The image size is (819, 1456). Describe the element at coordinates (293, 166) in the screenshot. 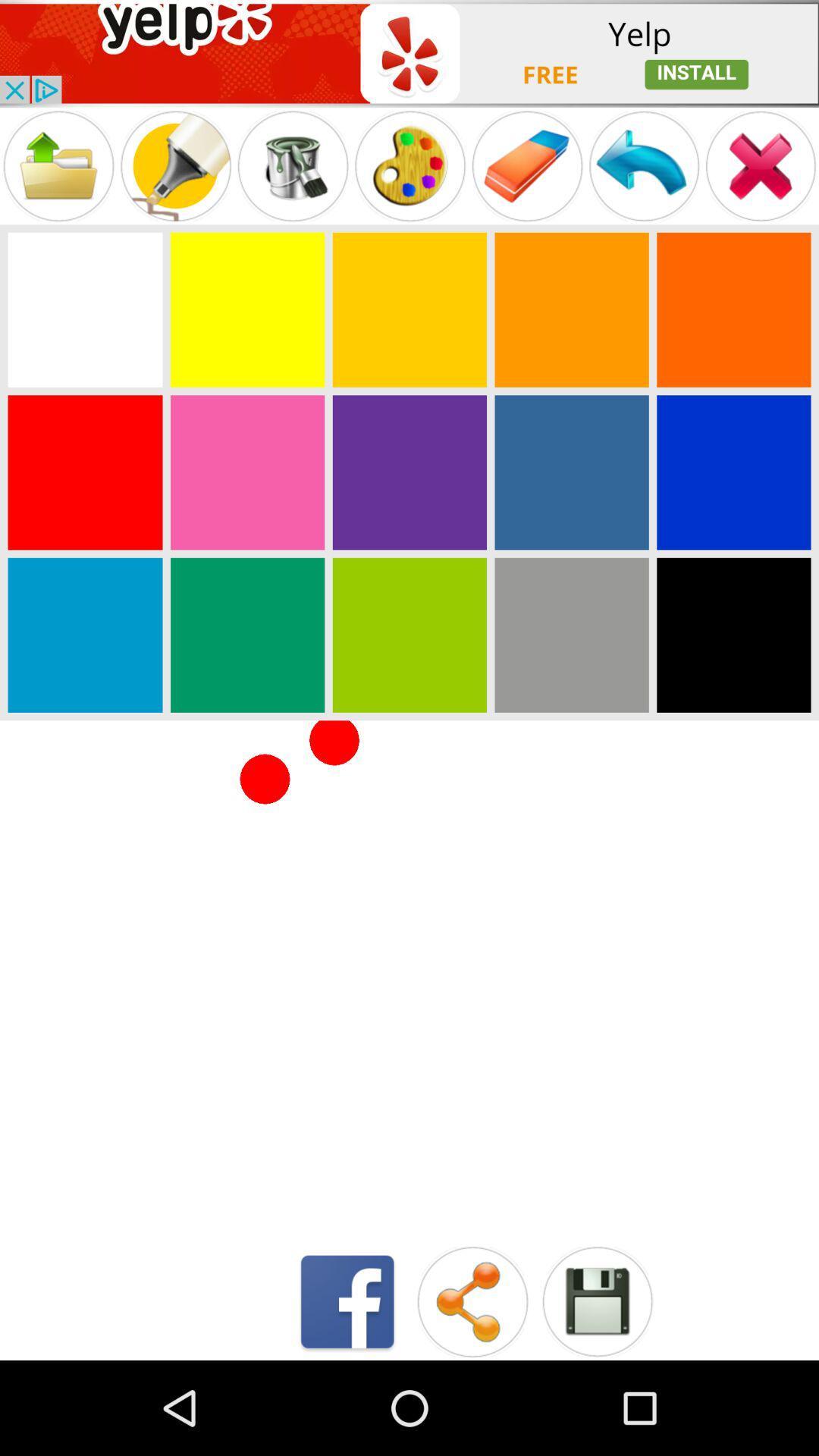

I see `brush icon` at that location.